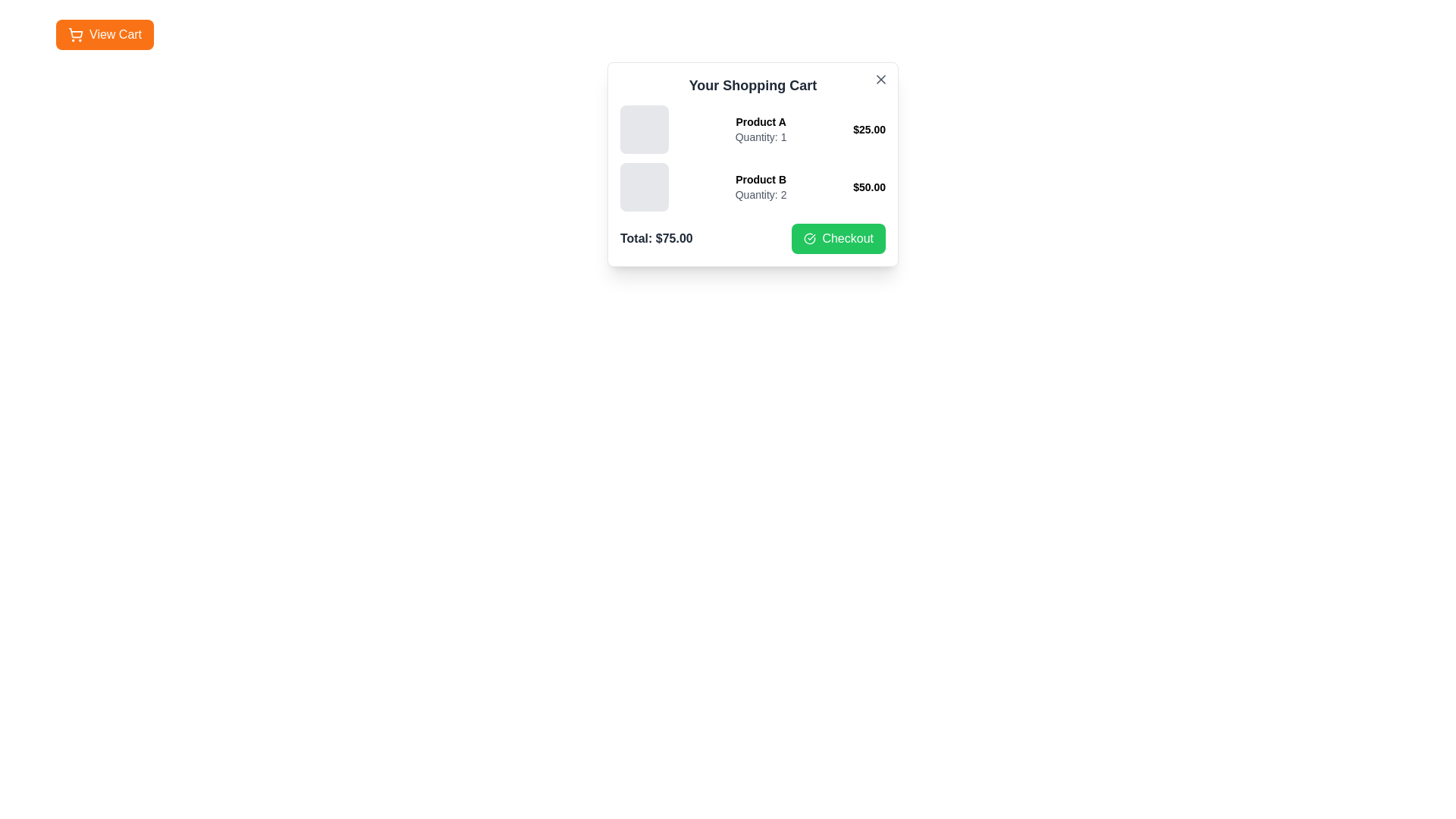 Image resolution: width=1456 pixels, height=819 pixels. Describe the element at coordinates (761, 128) in the screenshot. I see `the Text Block displaying the product name and quantity in the shopping cart for 'Product A', located centrally between the product image and price label '$25.00'` at that location.